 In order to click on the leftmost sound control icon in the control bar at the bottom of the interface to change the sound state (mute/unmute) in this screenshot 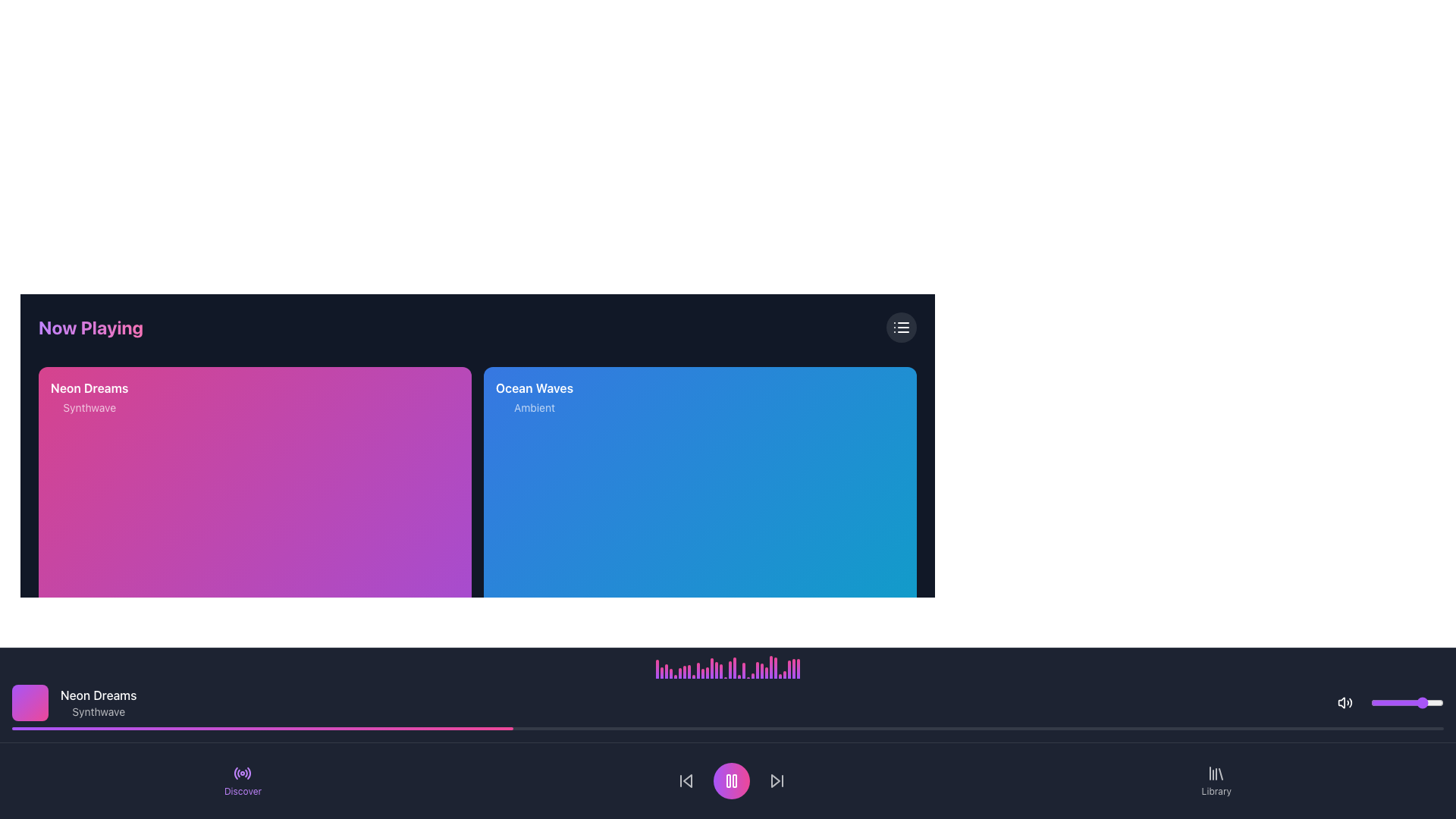, I will do `click(1345, 702)`.